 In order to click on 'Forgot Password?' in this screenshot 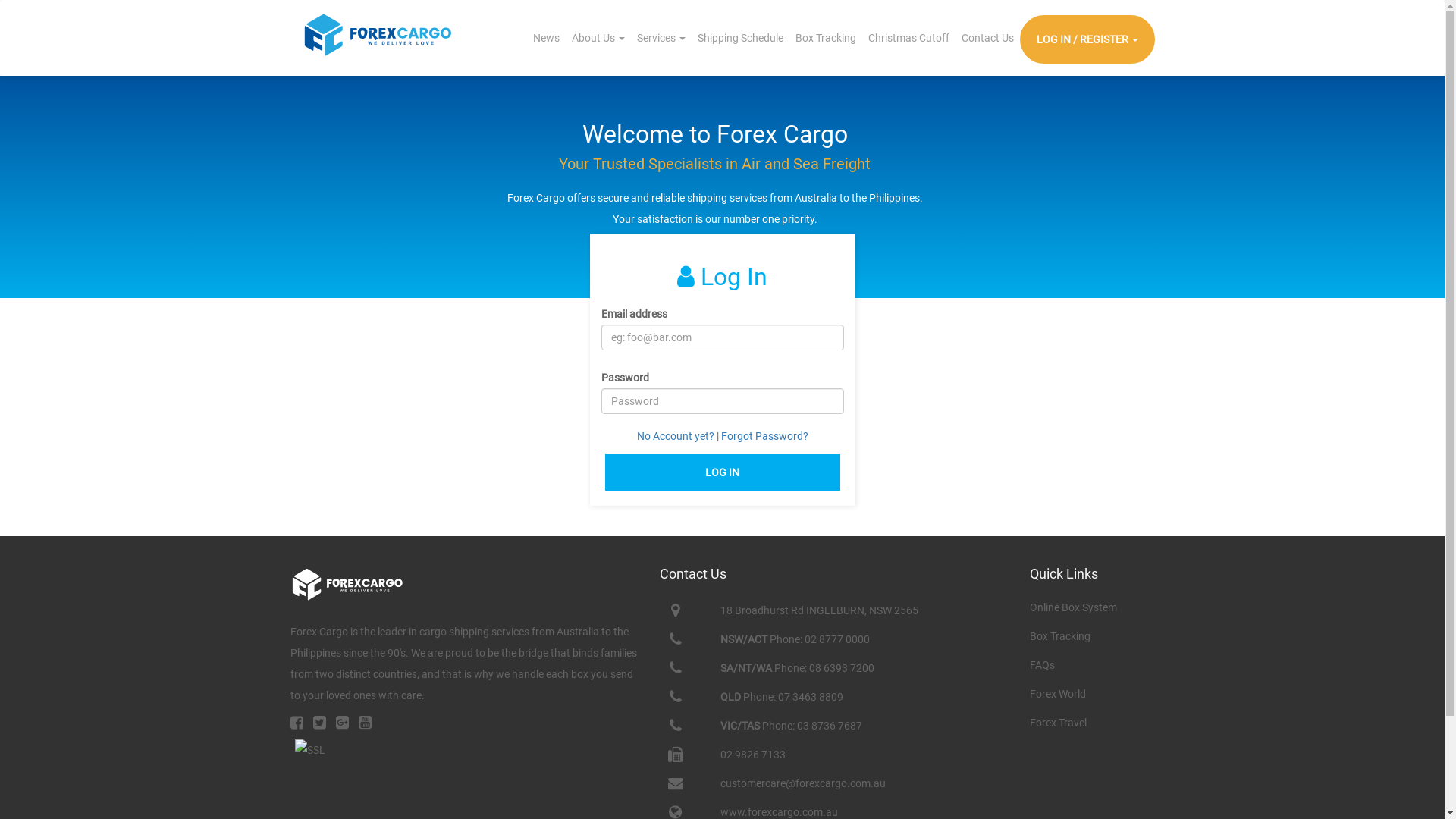, I will do `click(764, 435)`.